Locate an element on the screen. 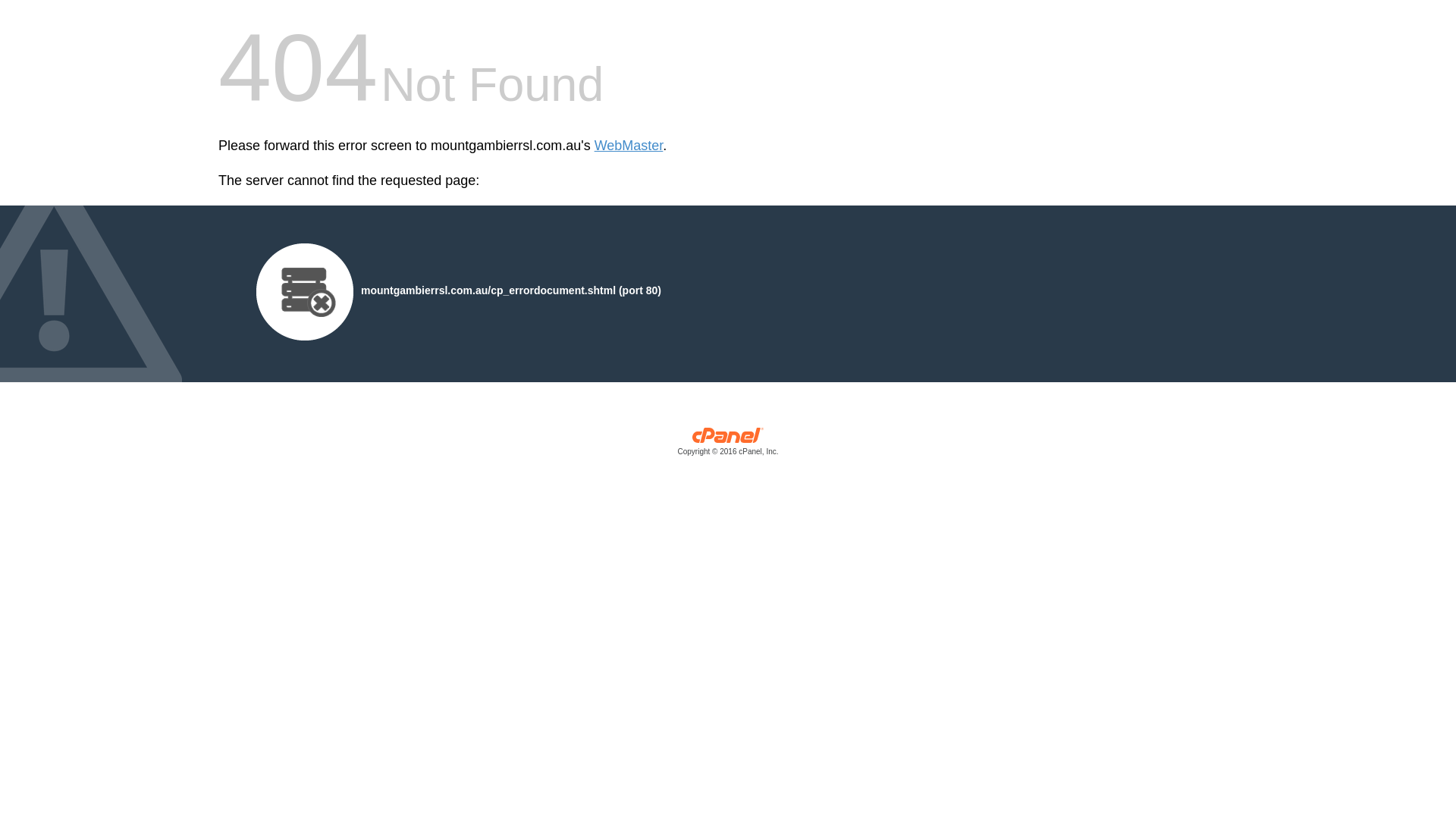 This screenshot has width=1456, height=819. 'WebMaster' is located at coordinates (629, 146).